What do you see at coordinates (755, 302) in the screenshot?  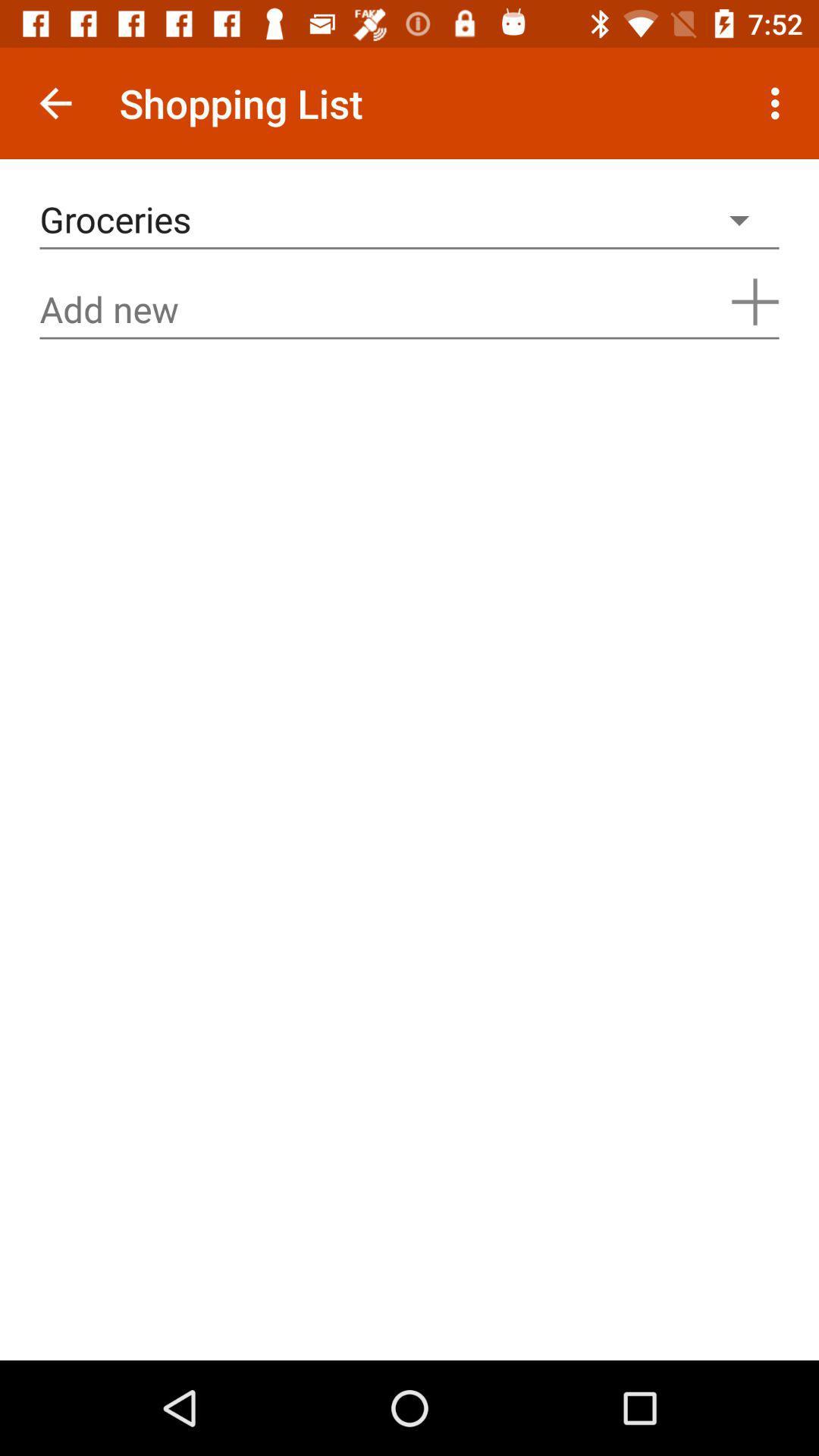 I see `increase` at bounding box center [755, 302].